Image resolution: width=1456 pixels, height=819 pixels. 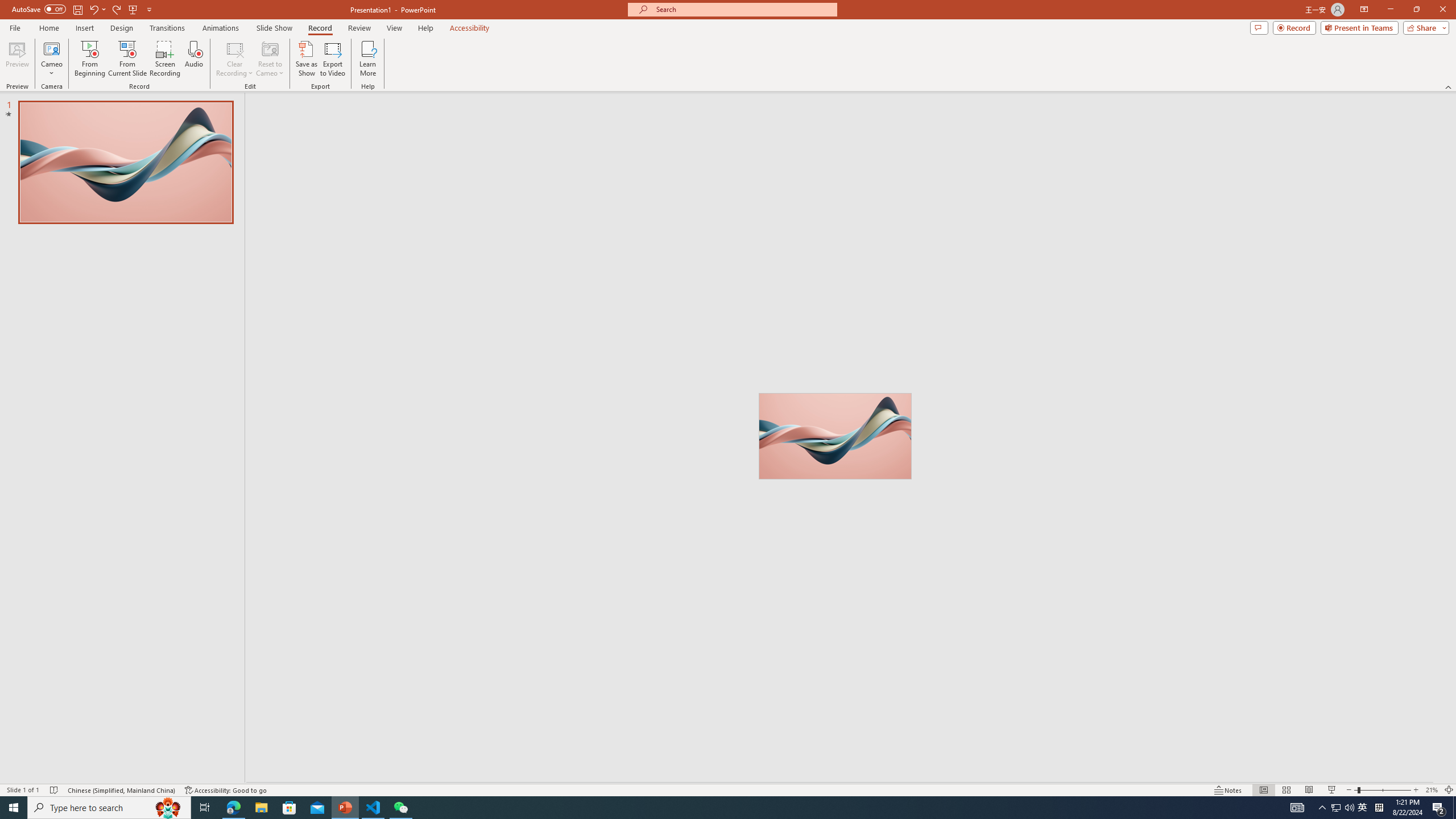 I want to click on 'Cameo', so click(x=51, y=59).